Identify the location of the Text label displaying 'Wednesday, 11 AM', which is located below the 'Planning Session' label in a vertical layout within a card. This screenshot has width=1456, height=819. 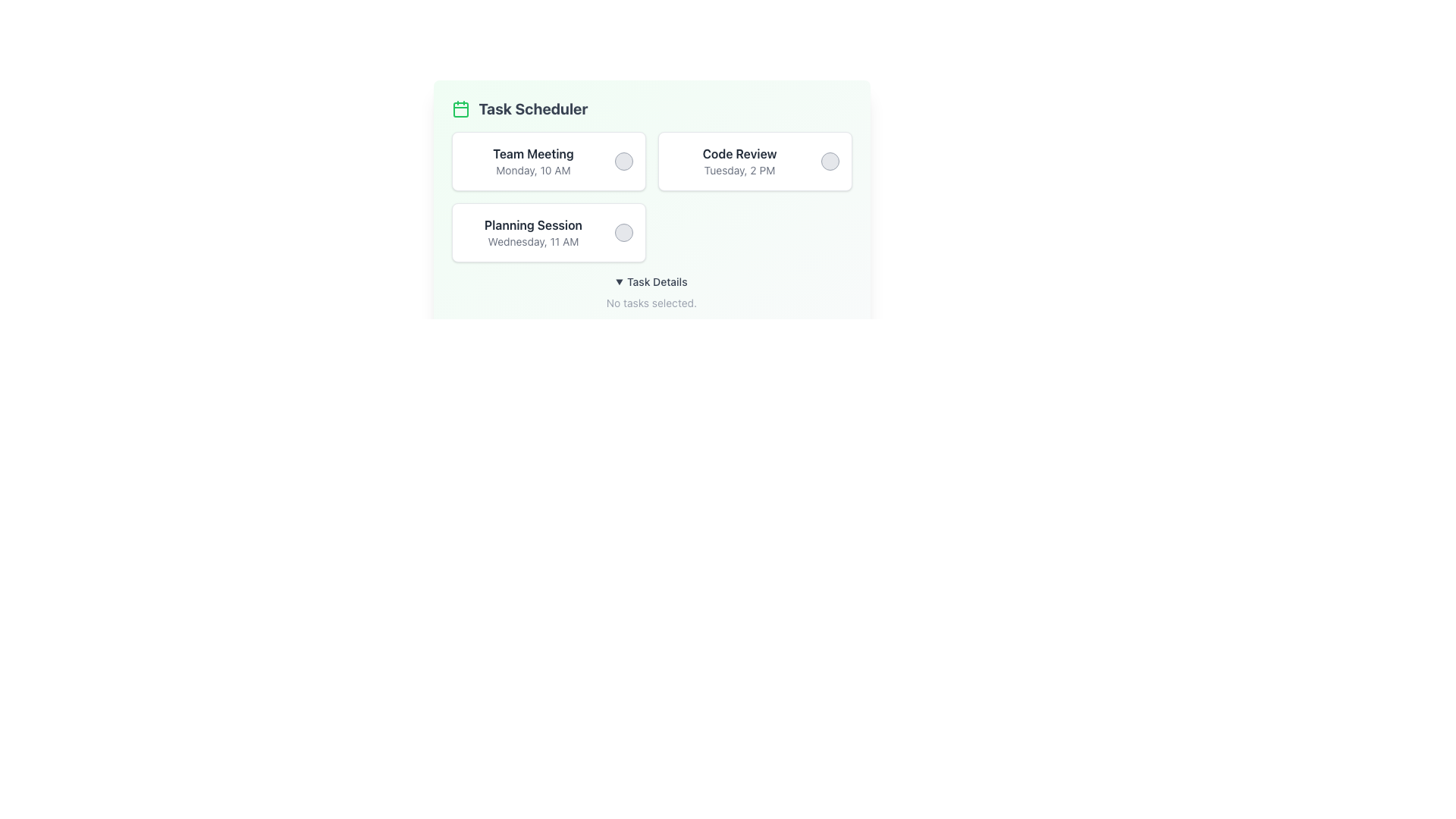
(533, 241).